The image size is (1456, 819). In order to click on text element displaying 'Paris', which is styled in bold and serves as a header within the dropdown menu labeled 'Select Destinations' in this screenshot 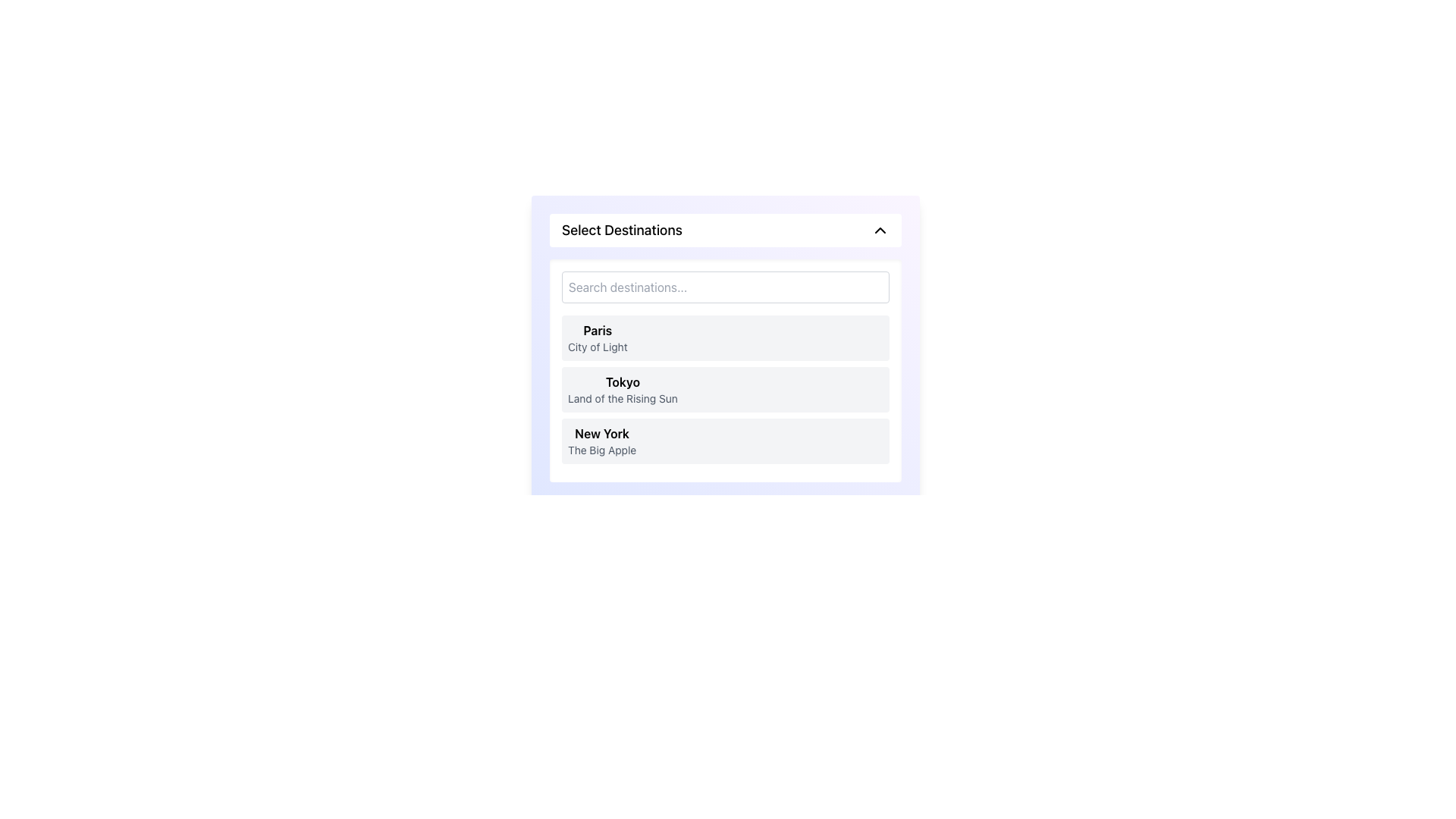, I will do `click(597, 329)`.